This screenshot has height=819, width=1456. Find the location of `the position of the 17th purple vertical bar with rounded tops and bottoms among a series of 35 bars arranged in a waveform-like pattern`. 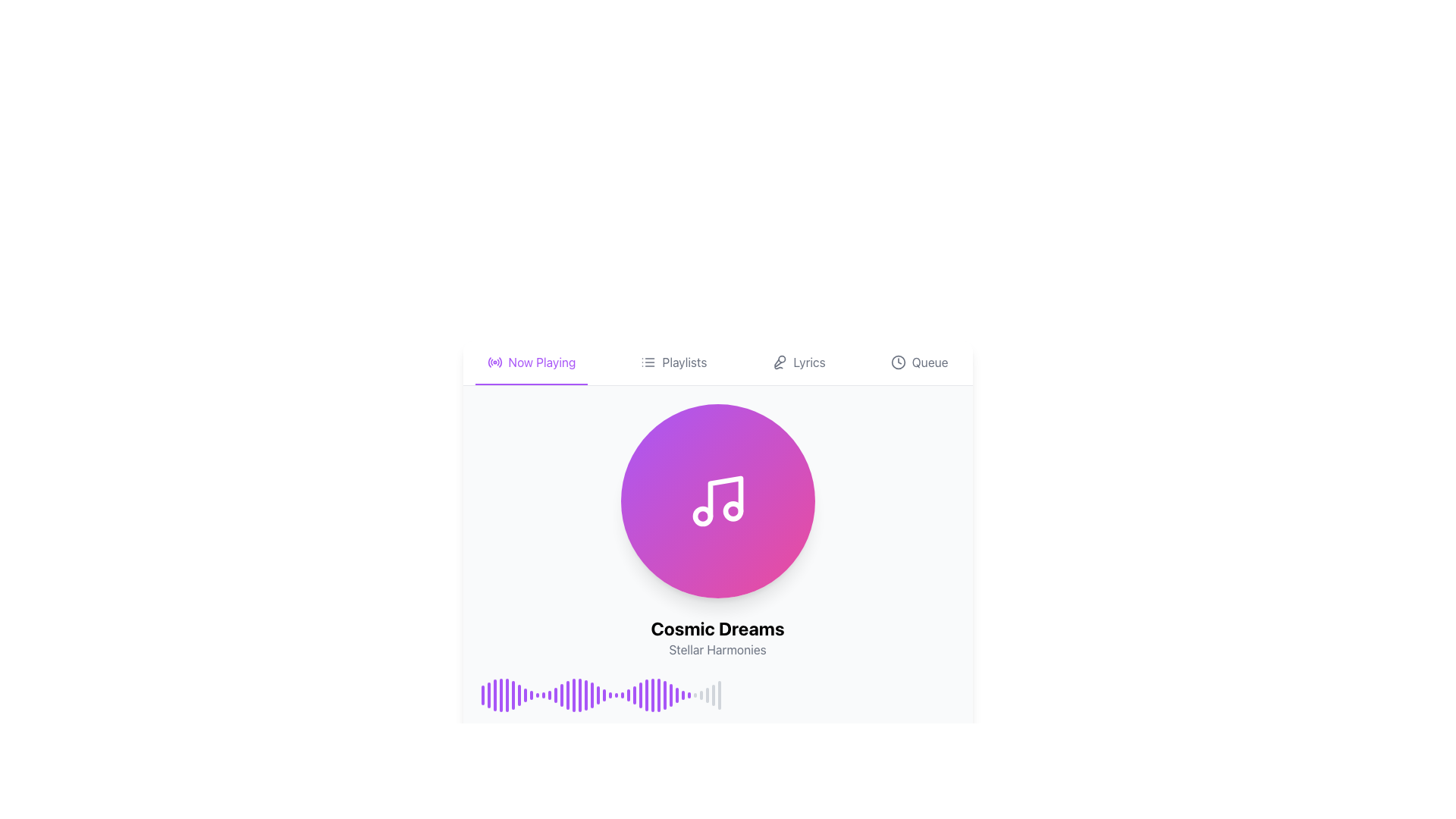

the position of the 17th purple vertical bar with rounded tops and bottoms among a series of 35 bars arranged in a waveform-like pattern is located at coordinates (579, 695).